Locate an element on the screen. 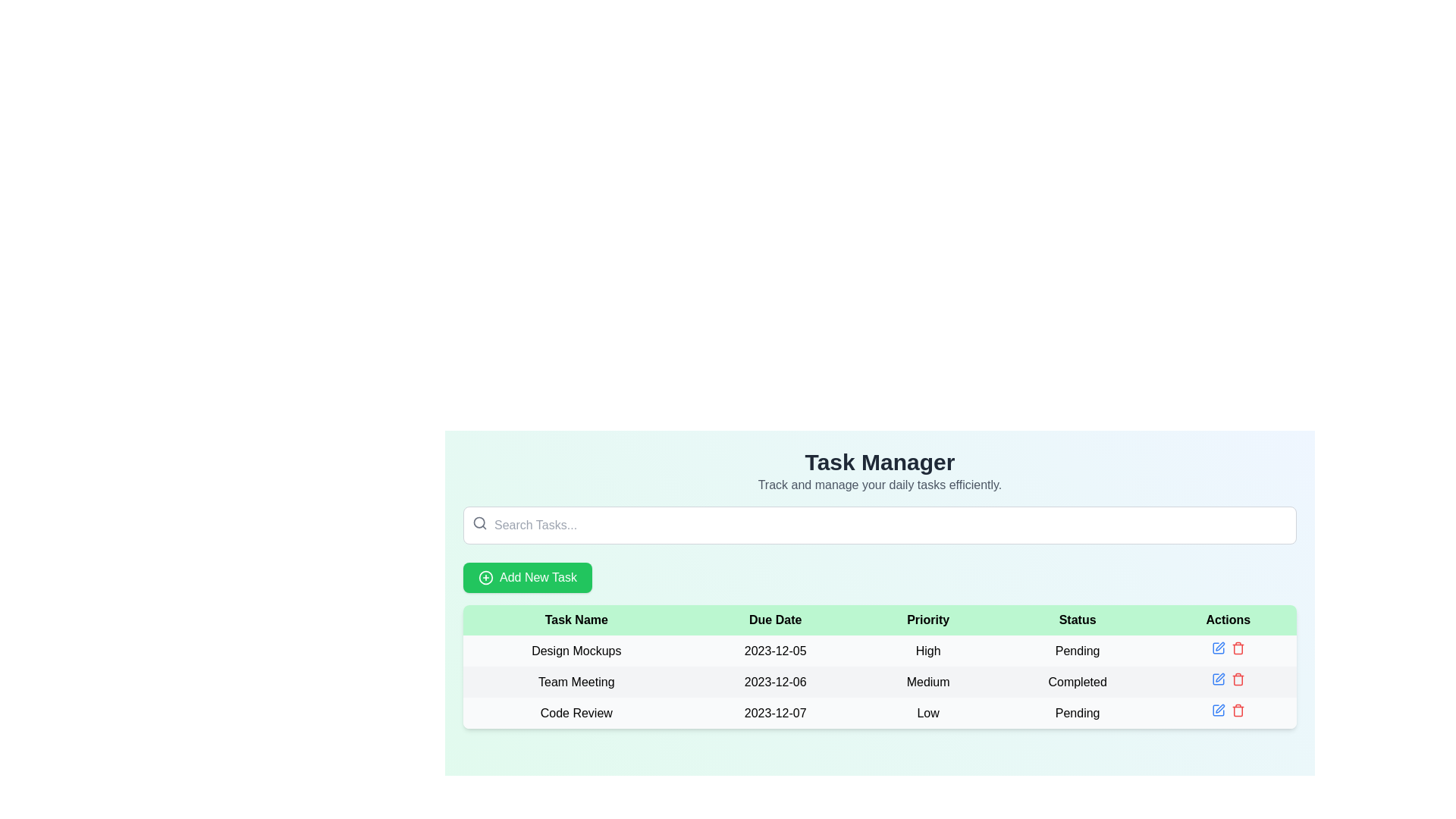 The width and height of the screenshot is (1456, 819). the pen-shaped graphic icon located in the 'Actions' column of the table, next to the 'Delete' icon for the 'Code Review' task is located at coordinates (1220, 708).